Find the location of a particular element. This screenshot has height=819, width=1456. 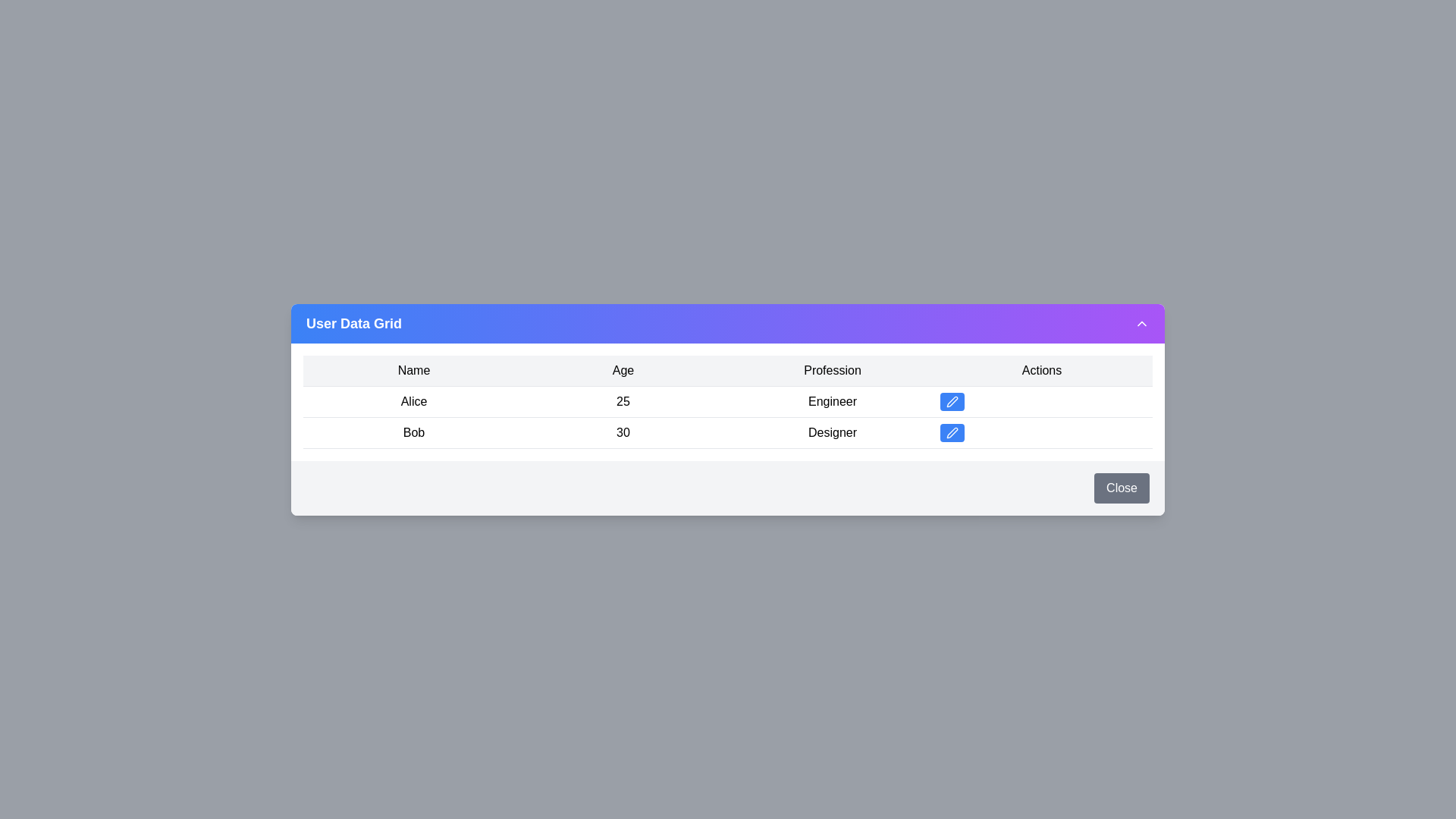

the text label displaying the name 'Alice' located in the 'Name' column of the data grid is located at coordinates (414, 400).